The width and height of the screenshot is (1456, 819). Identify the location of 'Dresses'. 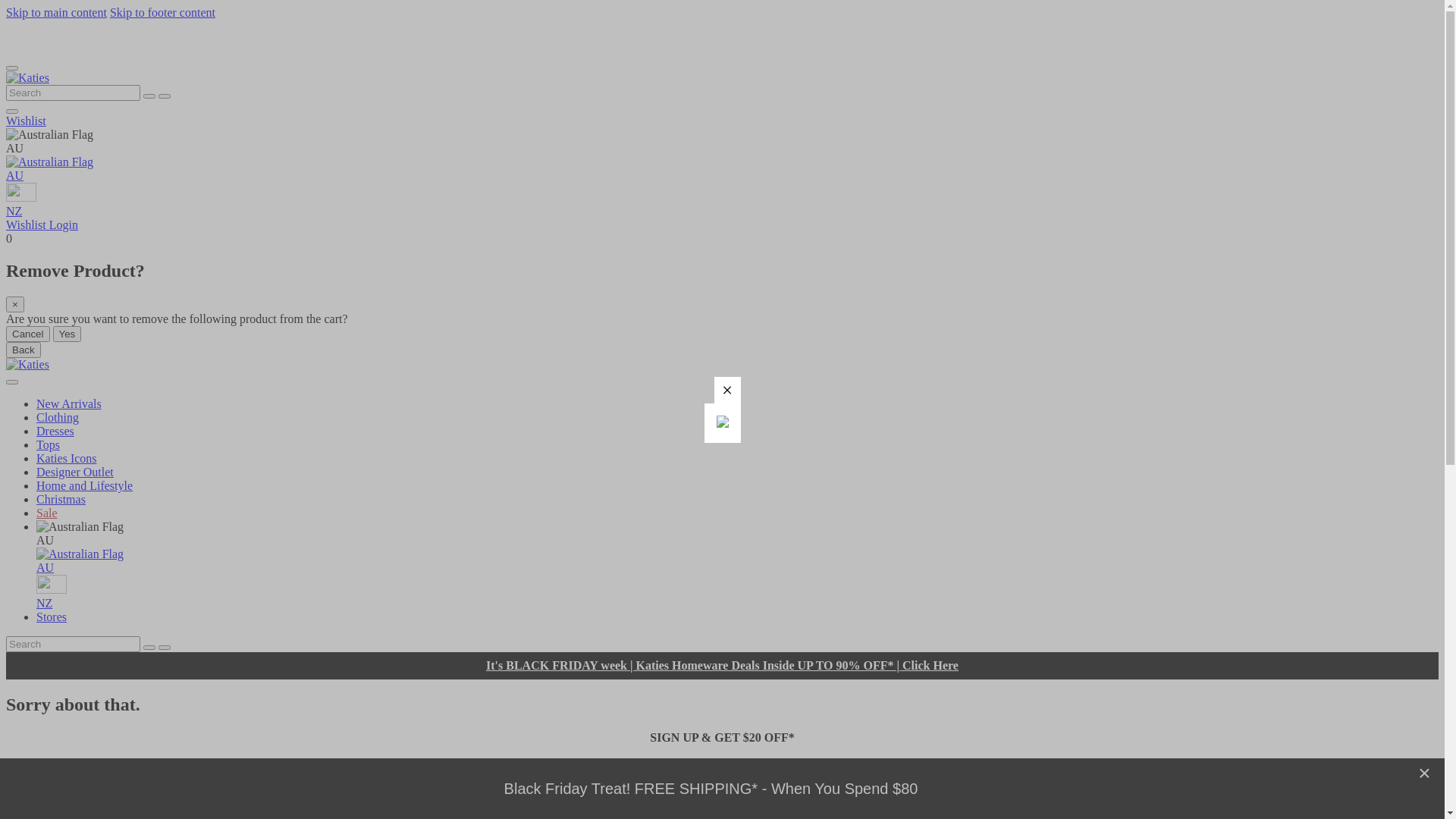
(55, 431).